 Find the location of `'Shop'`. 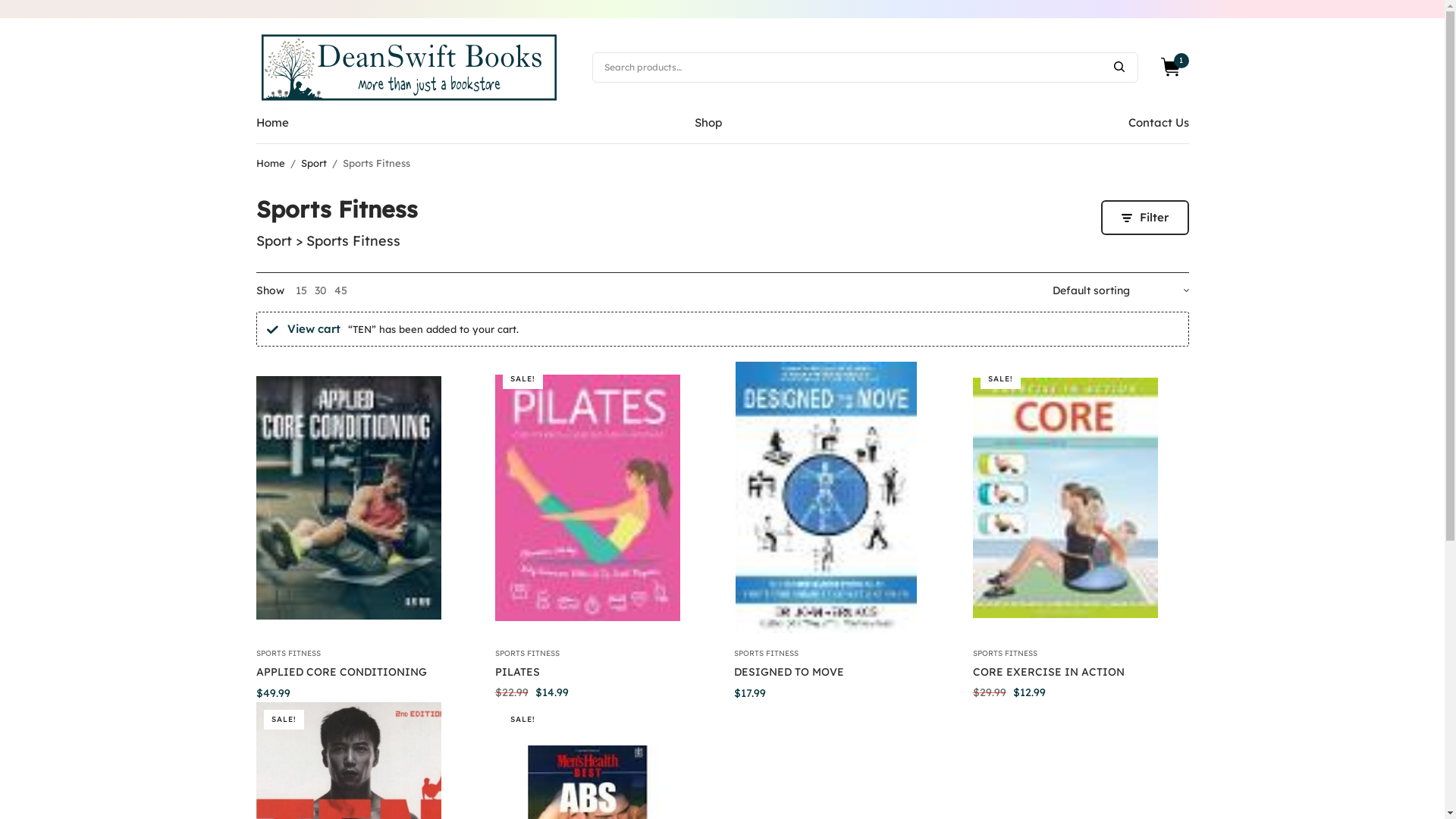

'Shop' is located at coordinates (708, 121).